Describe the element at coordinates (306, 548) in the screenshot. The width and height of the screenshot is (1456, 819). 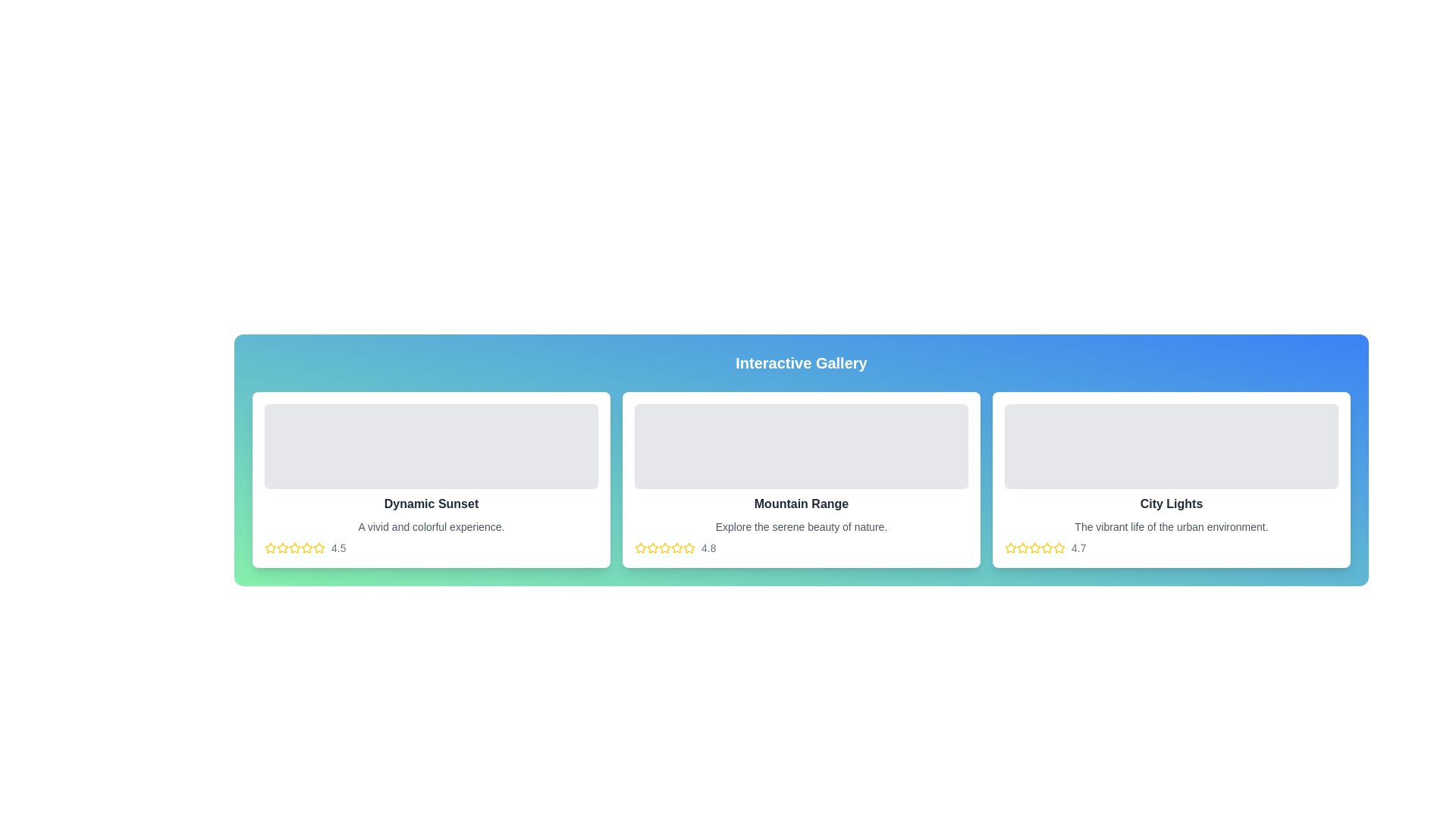
I see `the third yellow star icon in the rating system of the 'Dynamic Sunset' card` at that location.